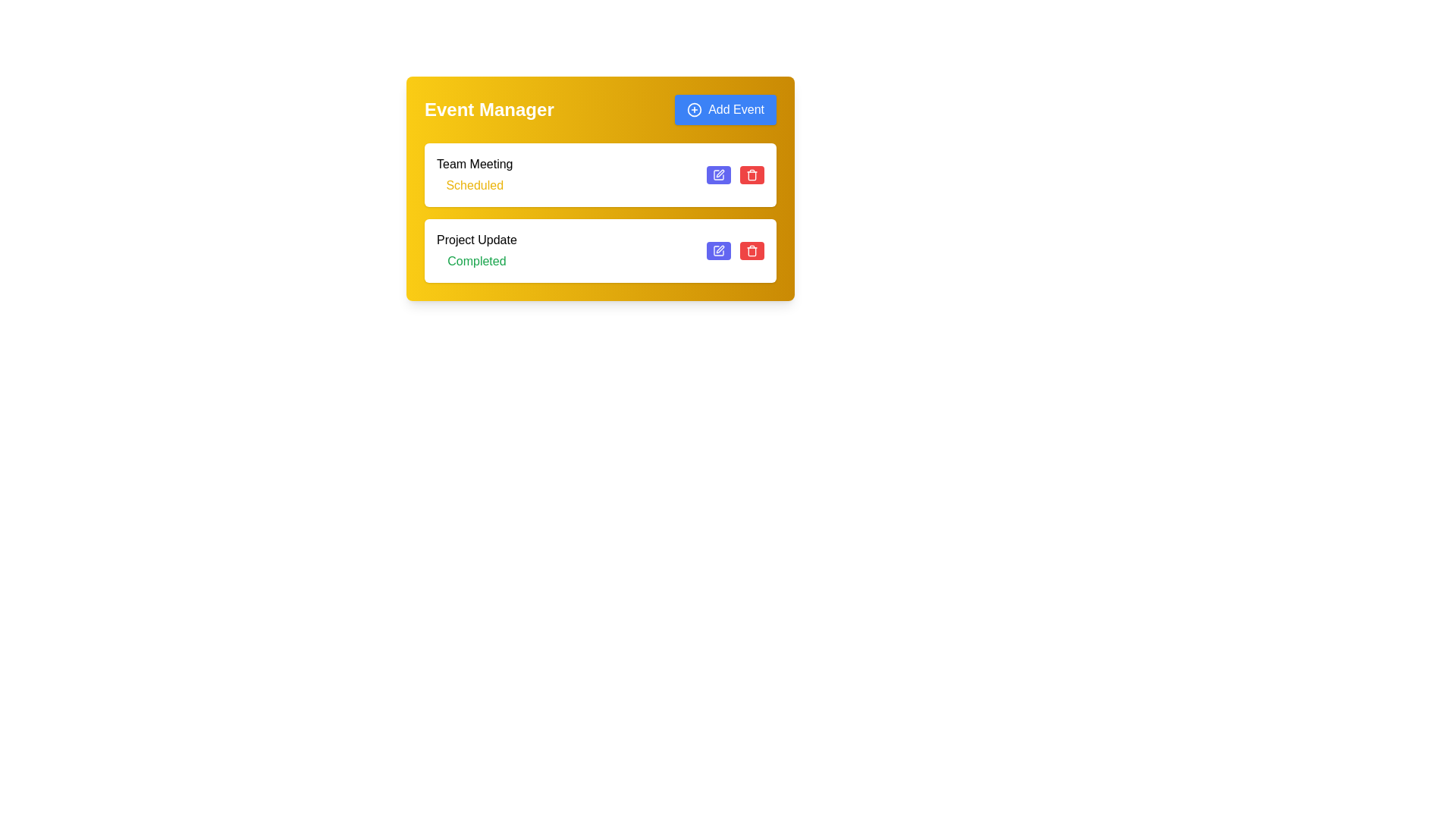  I want to click on the Text display that shows the title and status of the second item in the list under the 'Event Manager' section, specifically below the 'Team Meeting' entry, so click(475, 250).